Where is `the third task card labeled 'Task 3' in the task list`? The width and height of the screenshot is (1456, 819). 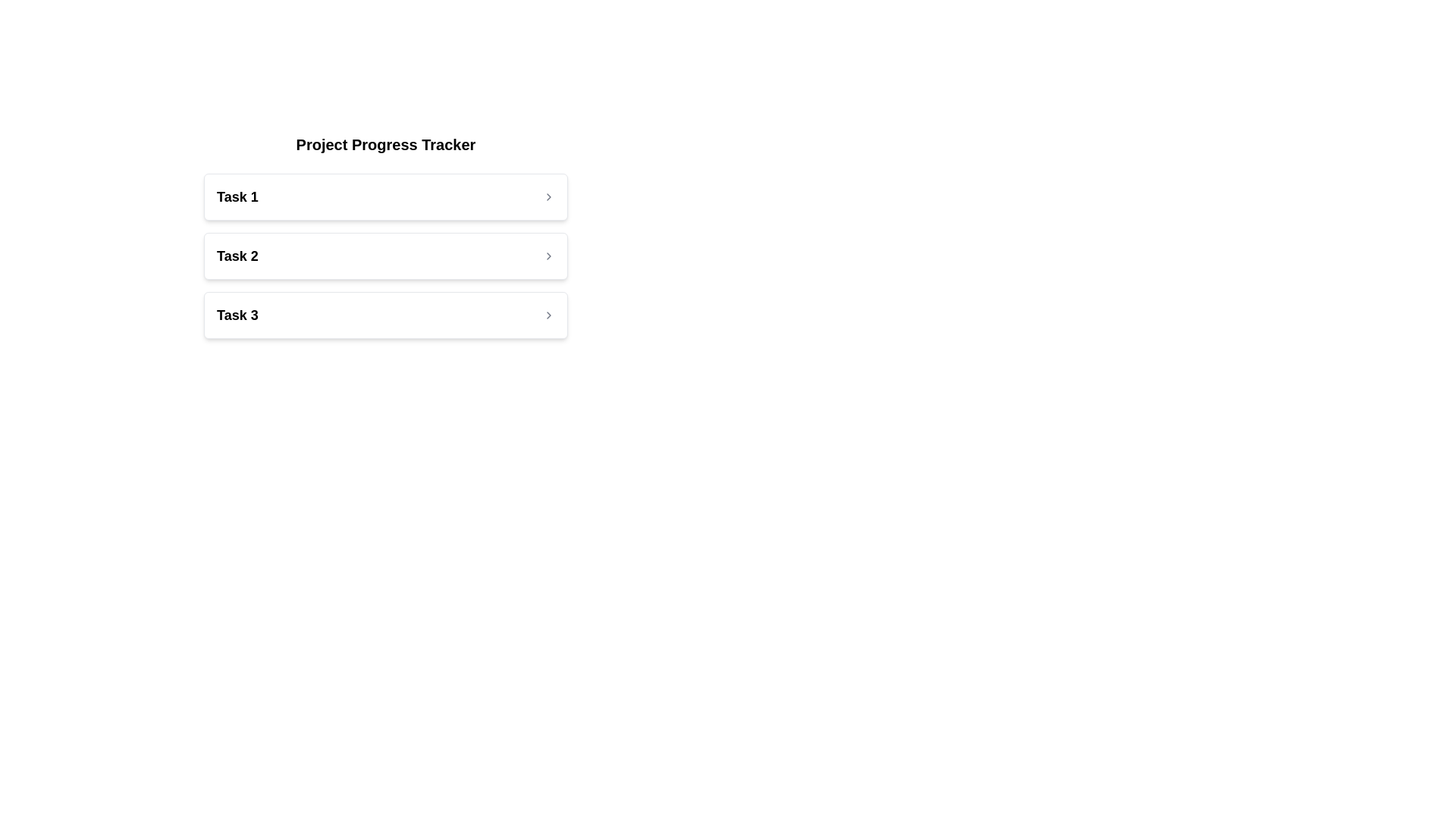 the third task card labeled 'Task 3' in the task list is located at coordinates (385, 315).